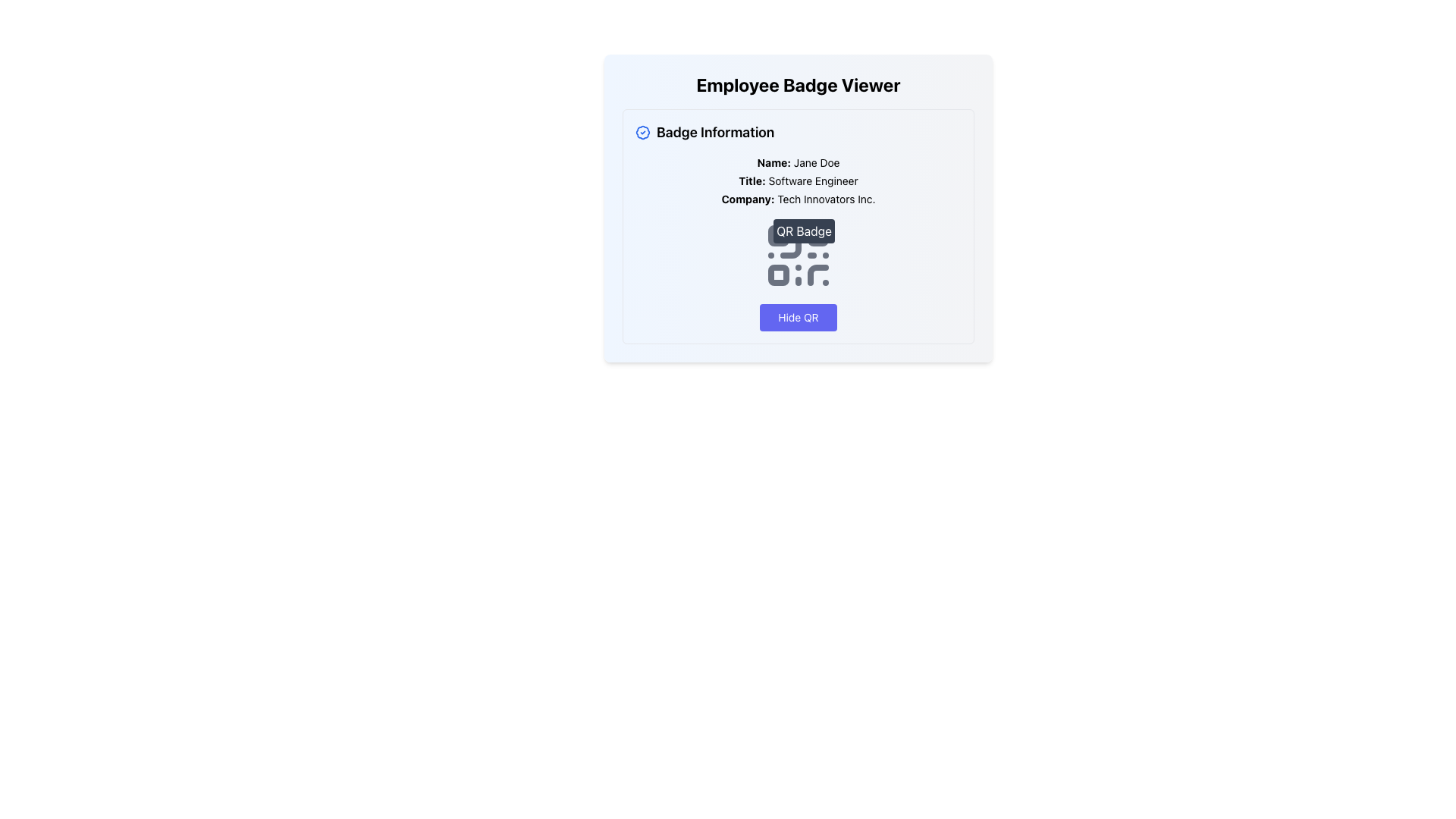  I want to click on the SVG rectangle that is part of the QR code design, located at the top-left section of the QR code, specifically forming one of the marker squares, so click(779, 236).